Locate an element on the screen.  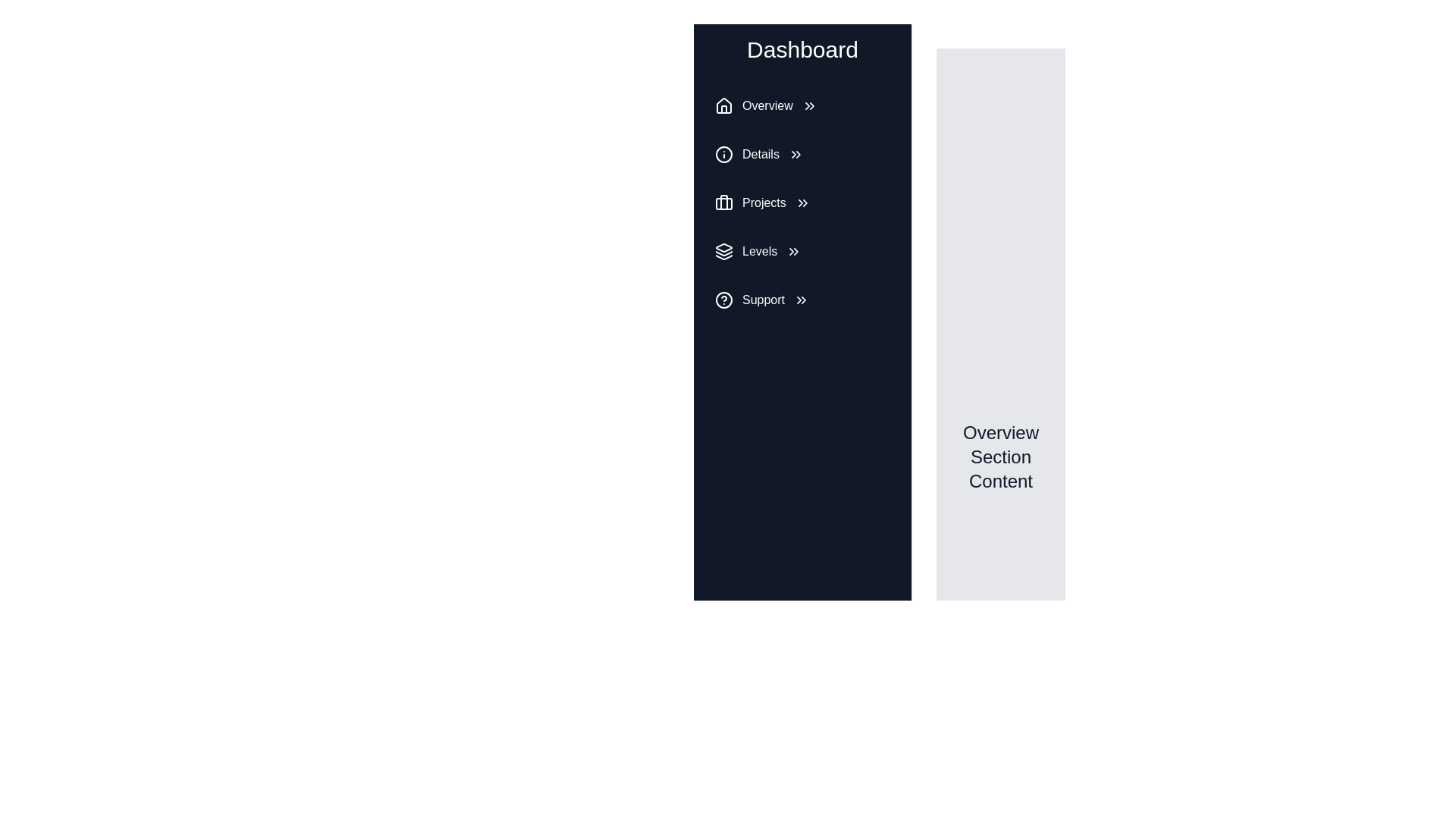
the SVG Icon indicator for the 'Support' navigation item in the sidebar menu, positioned to the right of the text 'Support' is located at coordinates (800, 300).